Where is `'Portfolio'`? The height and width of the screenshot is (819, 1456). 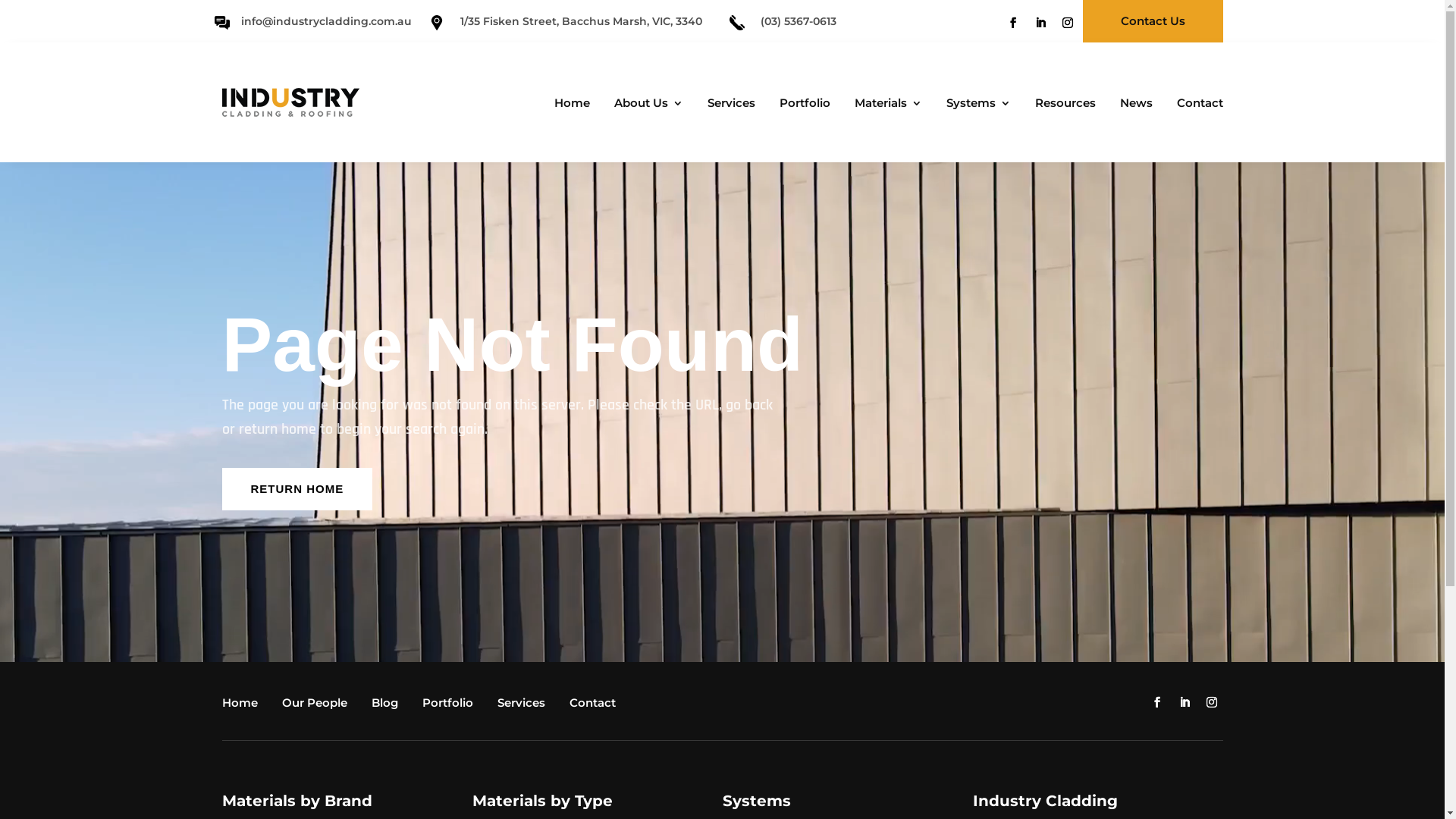 'Portfolio' is located at coordinates (450, 705).